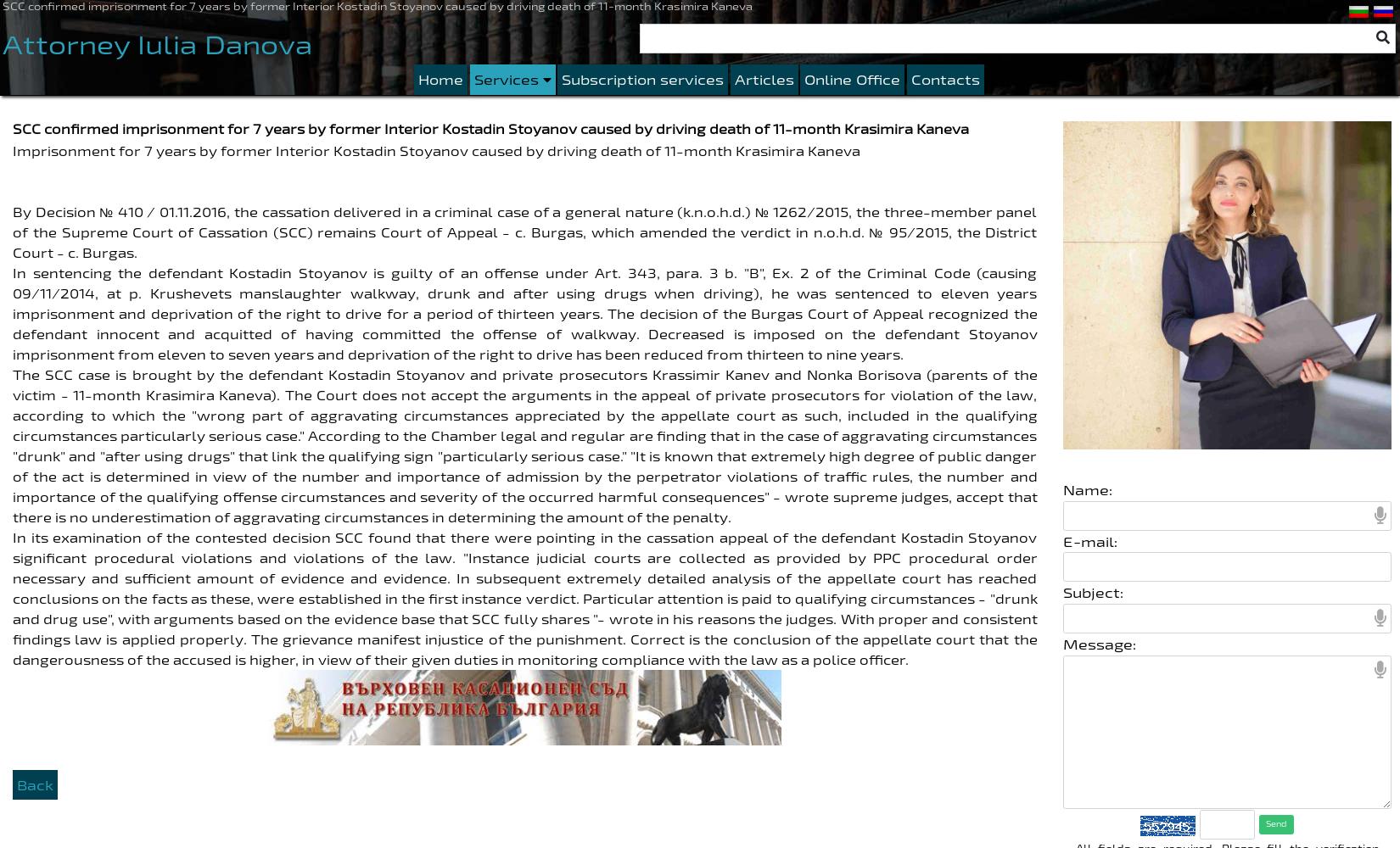 Image resolution: width=1400 pixels, height=848 pixels. I want to click on 'Back', so click(16, 784).